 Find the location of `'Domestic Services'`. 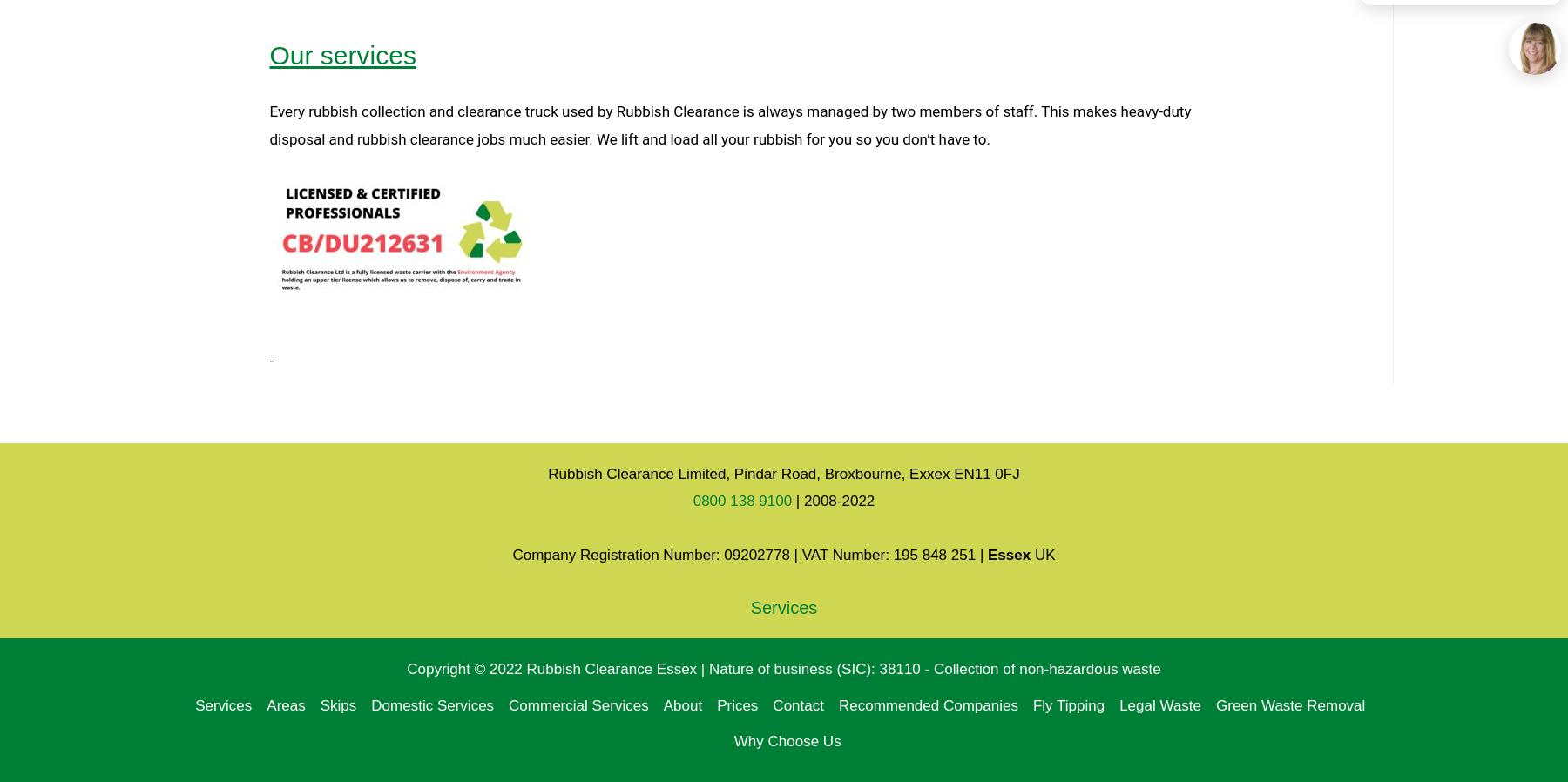

'Domestic Services' is located at coordinates (431, 704).